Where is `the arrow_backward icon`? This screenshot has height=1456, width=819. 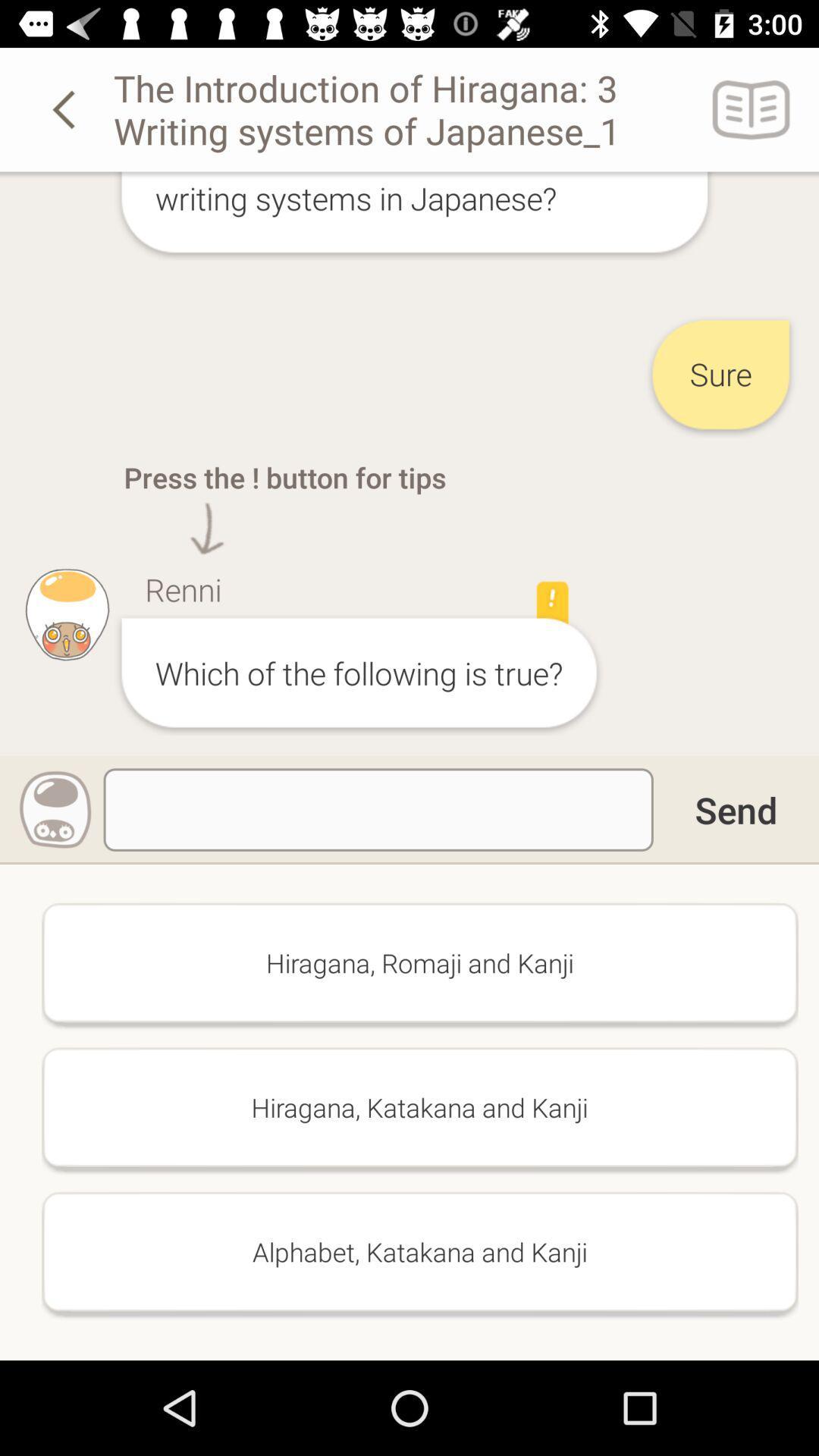
the arrow_backward icon is located at coordinates (66, 108).